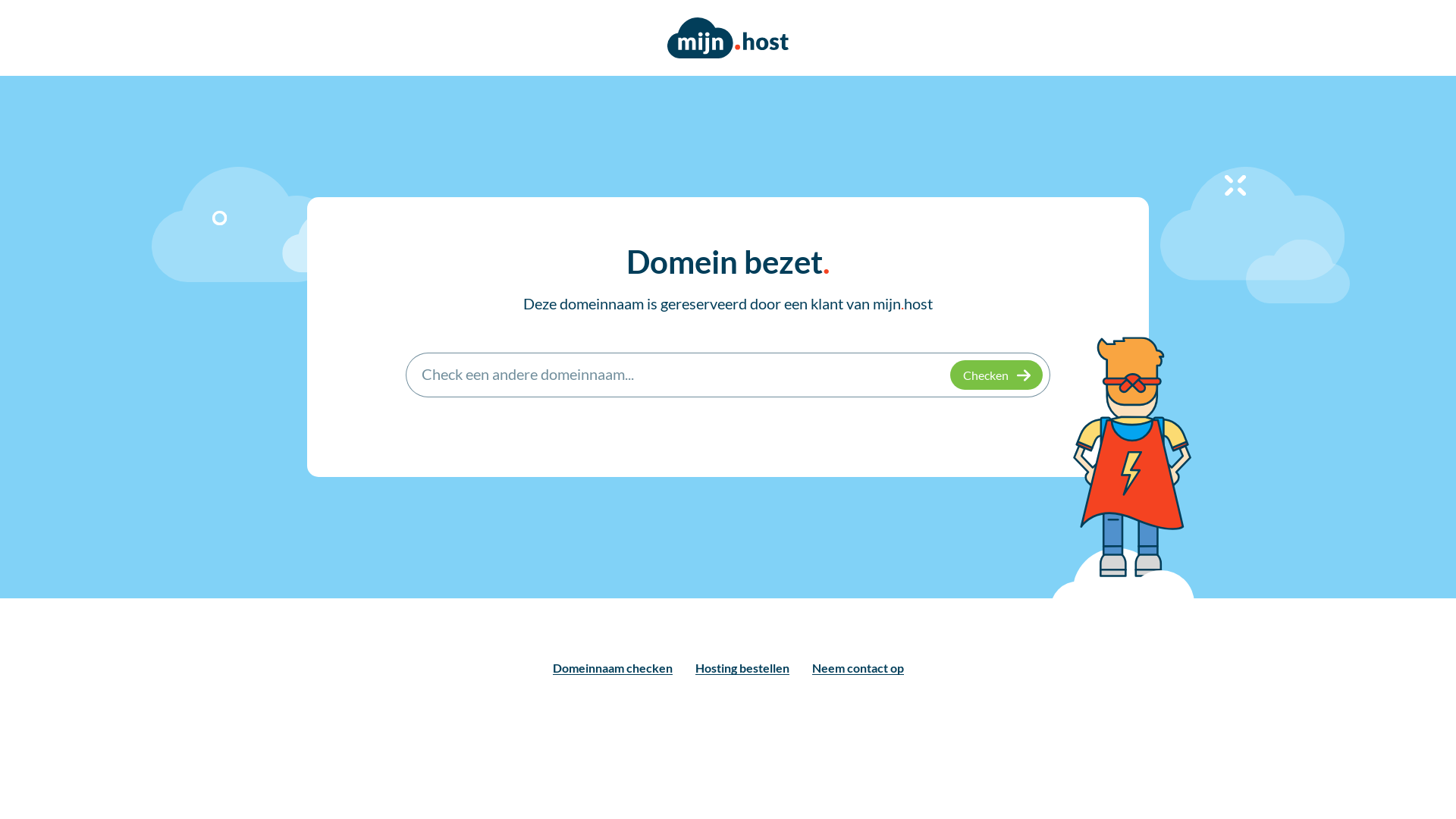 Image resolution: width=1456 pixels, height=819 pixels. What do you see at coordinates (742, 667) in the screenshot?
I see `'Hosting bestellen'` at bounding box center [742, 667].